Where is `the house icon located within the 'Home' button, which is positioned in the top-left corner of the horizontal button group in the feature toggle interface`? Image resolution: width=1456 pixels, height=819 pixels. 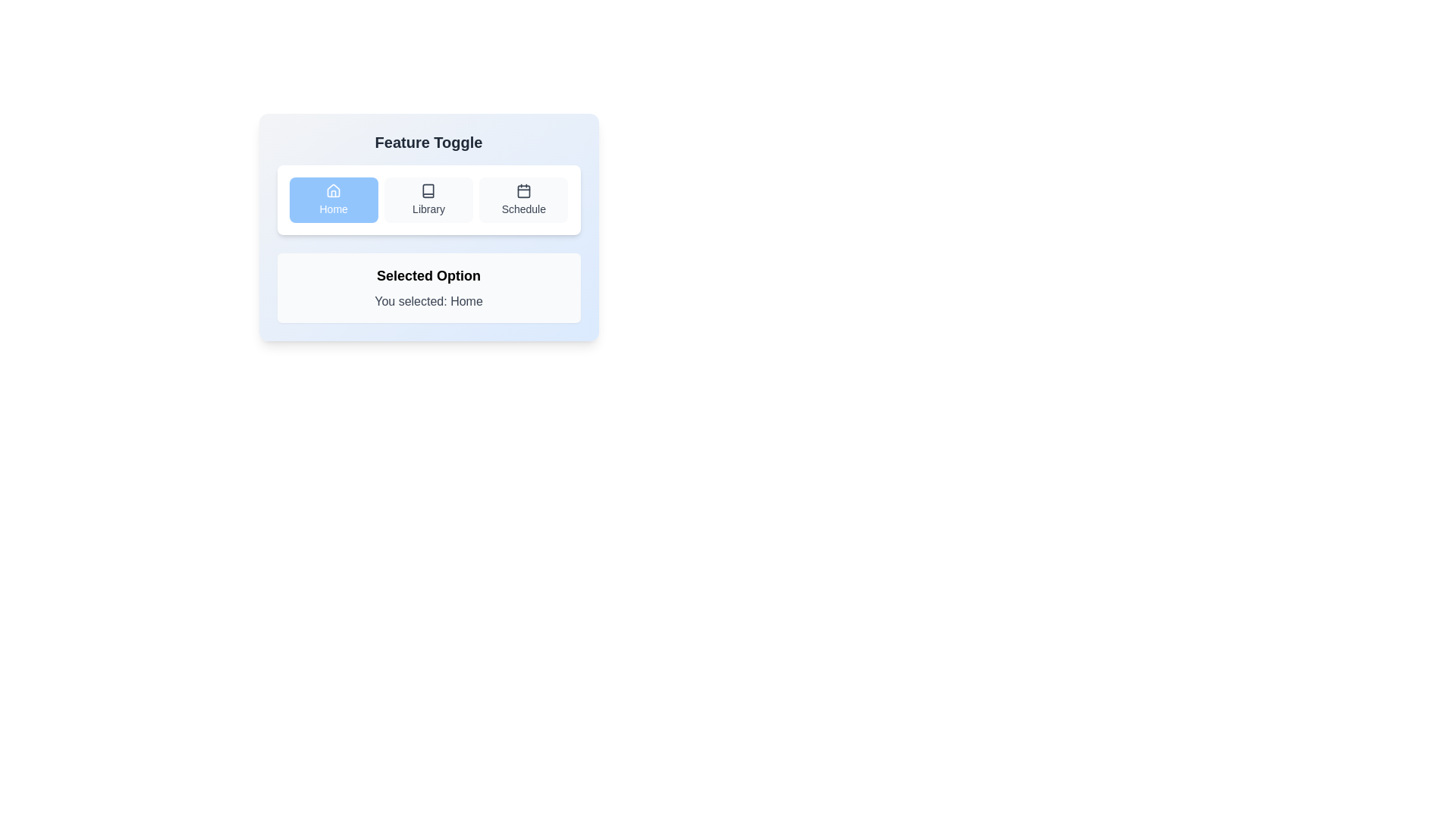 the house icon located within the 'Home' button, which is positioned in the top-left corner of the horizontal button group in the feature toggle interface is located at coordinates (333, 190).